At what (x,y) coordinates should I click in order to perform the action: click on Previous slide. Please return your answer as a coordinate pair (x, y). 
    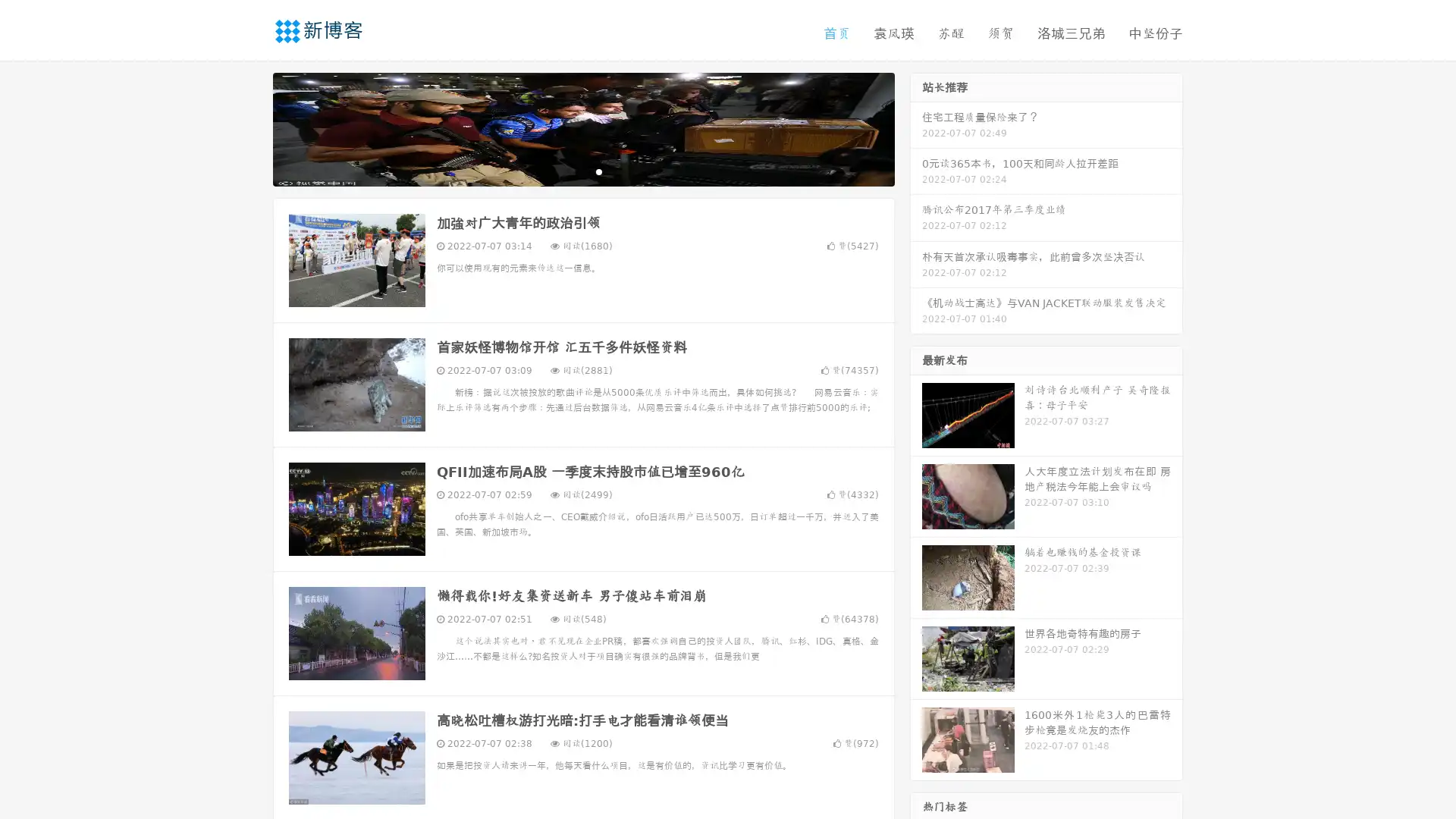
    Looking at the image, I should click on (250, 127).